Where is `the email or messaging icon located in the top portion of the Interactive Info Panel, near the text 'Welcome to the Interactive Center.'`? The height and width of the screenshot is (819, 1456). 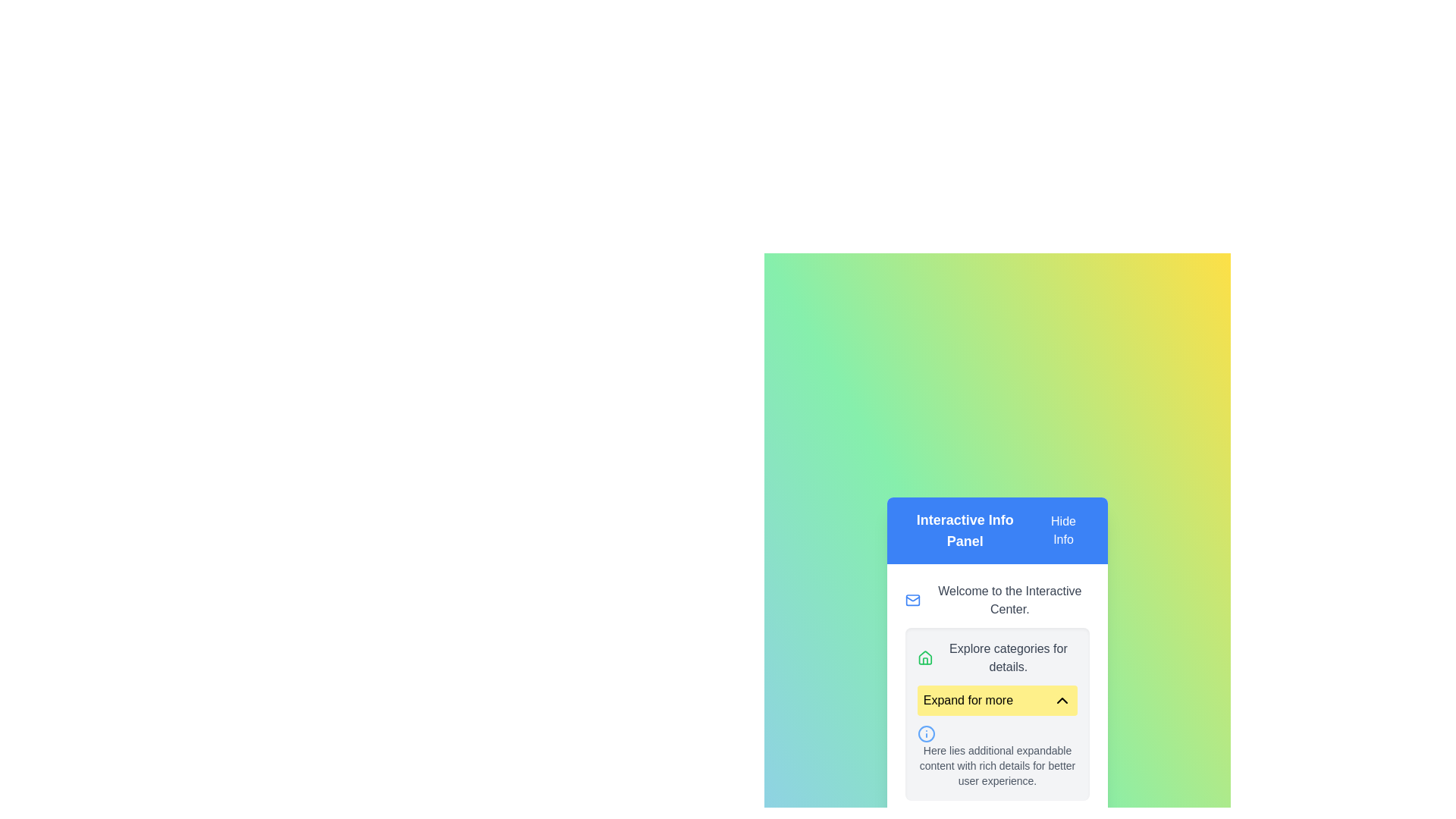 the email or messaging icon located in the top portion of the Interactive Info Panel, near the text 'Welcome to the Interactive Center.' is located at coordinates (912, 599).